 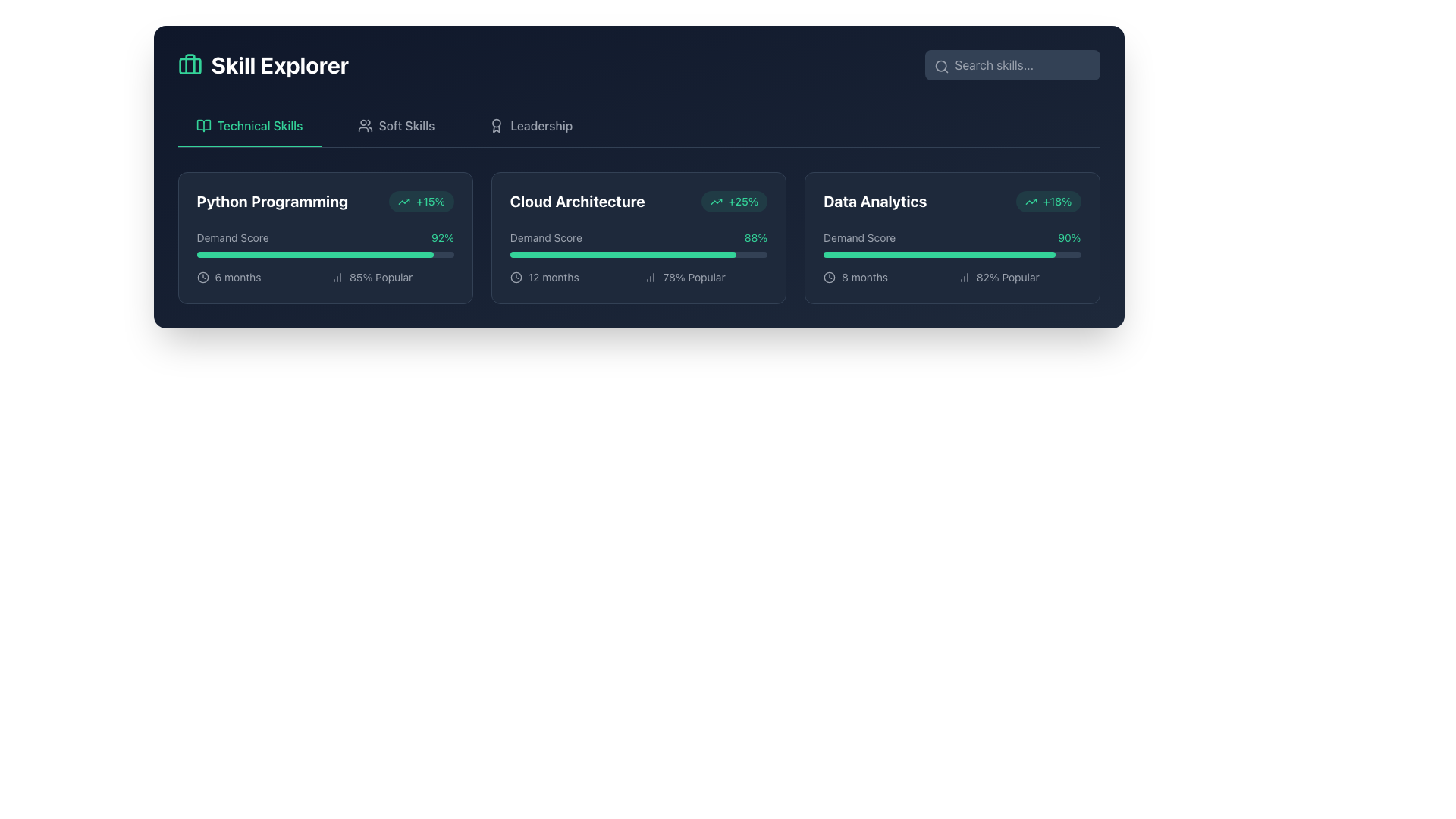 I want to click on the 'Leadership' button in the navigation bar to change its color from gray to emerald green, so click(x=531, y=124).